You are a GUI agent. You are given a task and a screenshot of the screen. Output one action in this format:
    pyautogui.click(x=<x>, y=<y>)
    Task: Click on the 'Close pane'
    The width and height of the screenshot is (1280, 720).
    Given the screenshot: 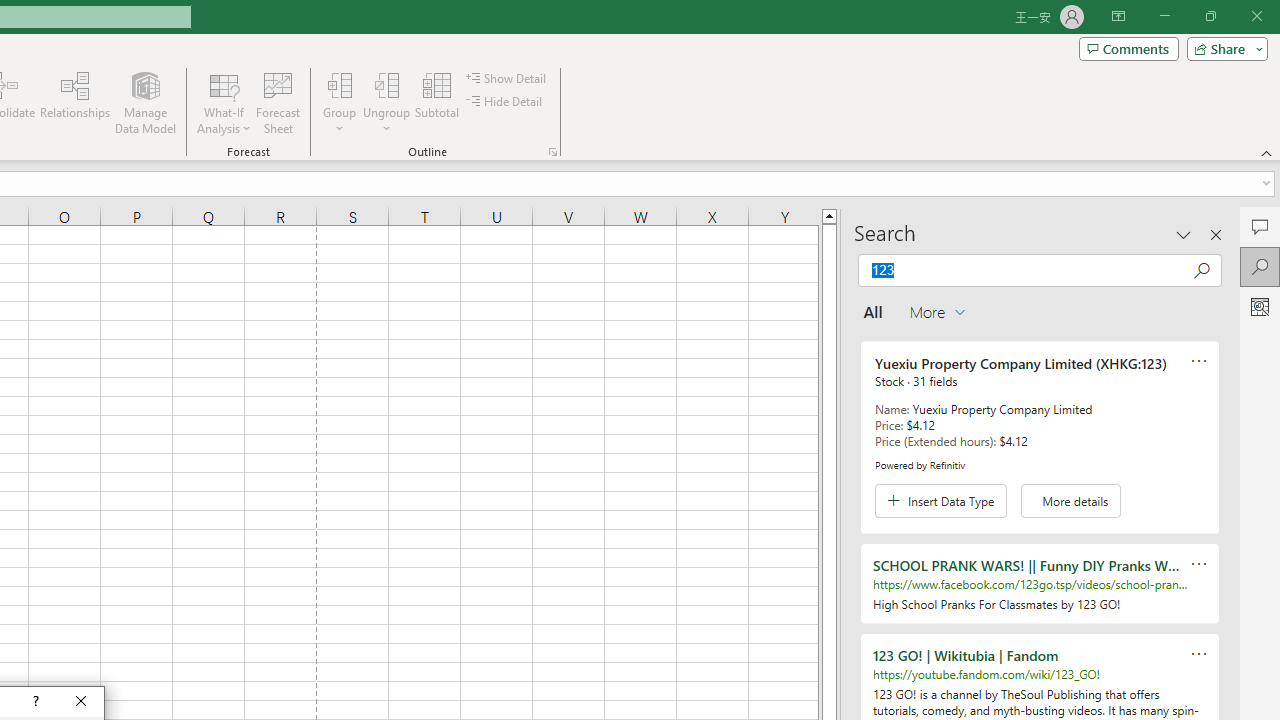 What is the action you would take?
    pyautogui.click(x=1215, y=234)
    